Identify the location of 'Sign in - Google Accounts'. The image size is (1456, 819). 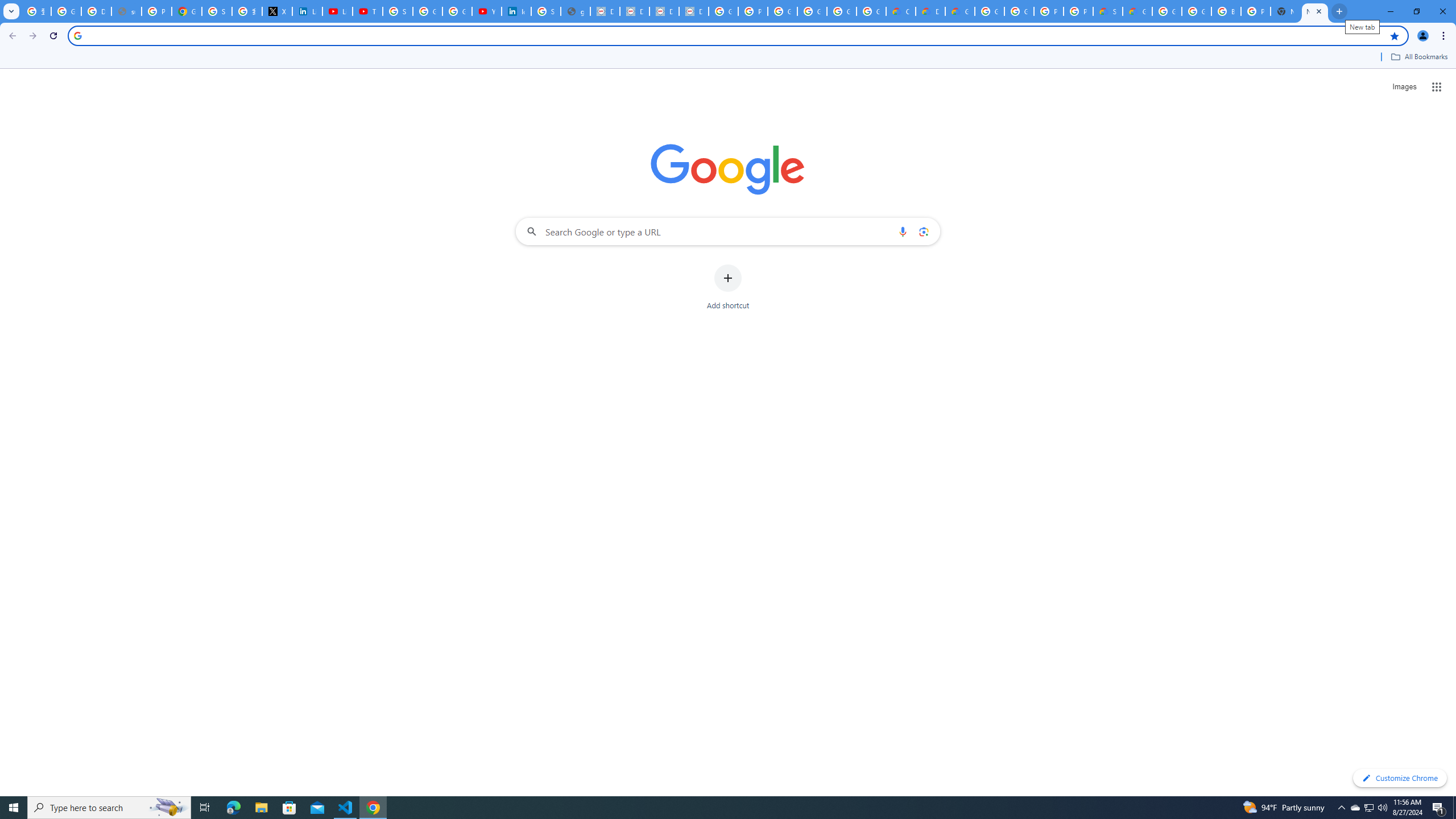
(545, 11).